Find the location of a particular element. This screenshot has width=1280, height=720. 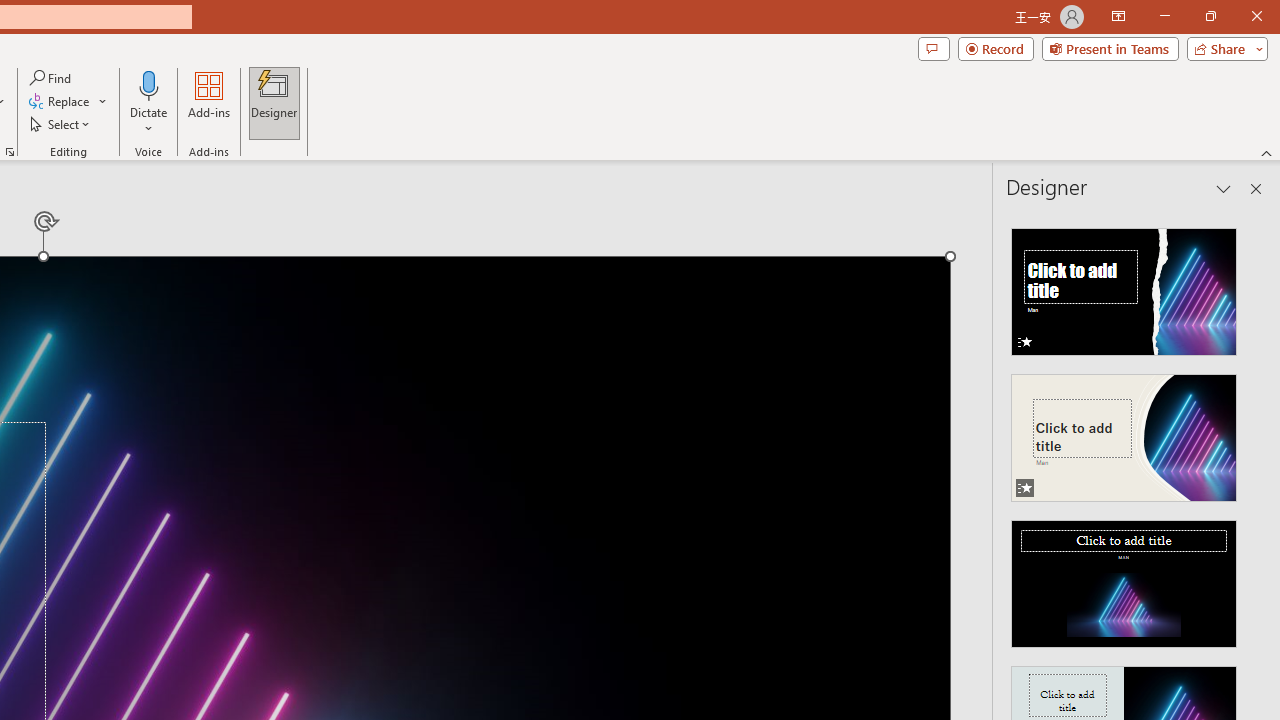

'Collapse the Ribbon' is located at coordinates (1266, 152).